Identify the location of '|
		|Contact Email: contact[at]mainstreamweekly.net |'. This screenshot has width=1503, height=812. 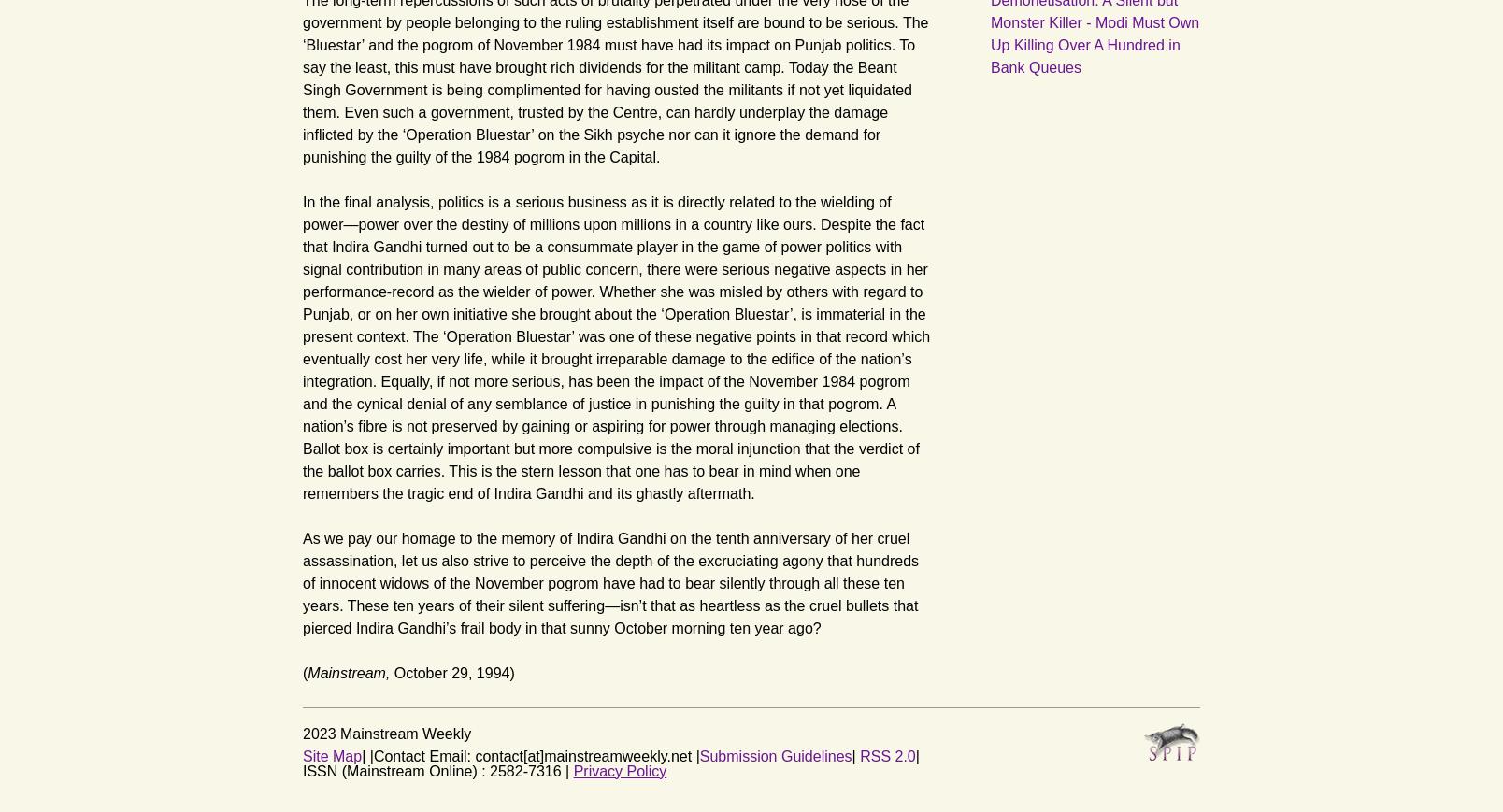
(529, 755).